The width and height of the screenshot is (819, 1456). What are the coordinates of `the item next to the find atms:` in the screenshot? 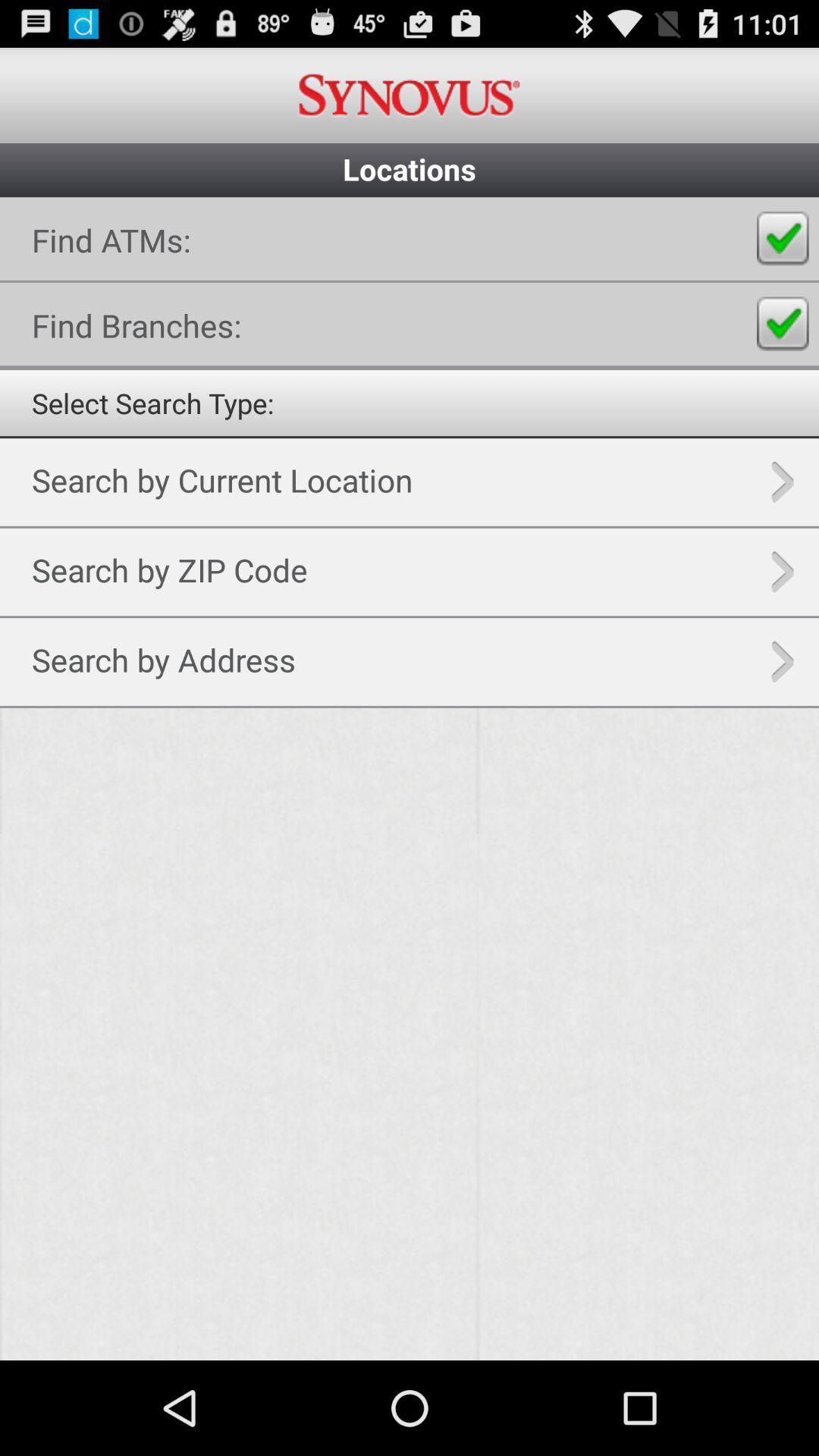 It's located at (783, 238).